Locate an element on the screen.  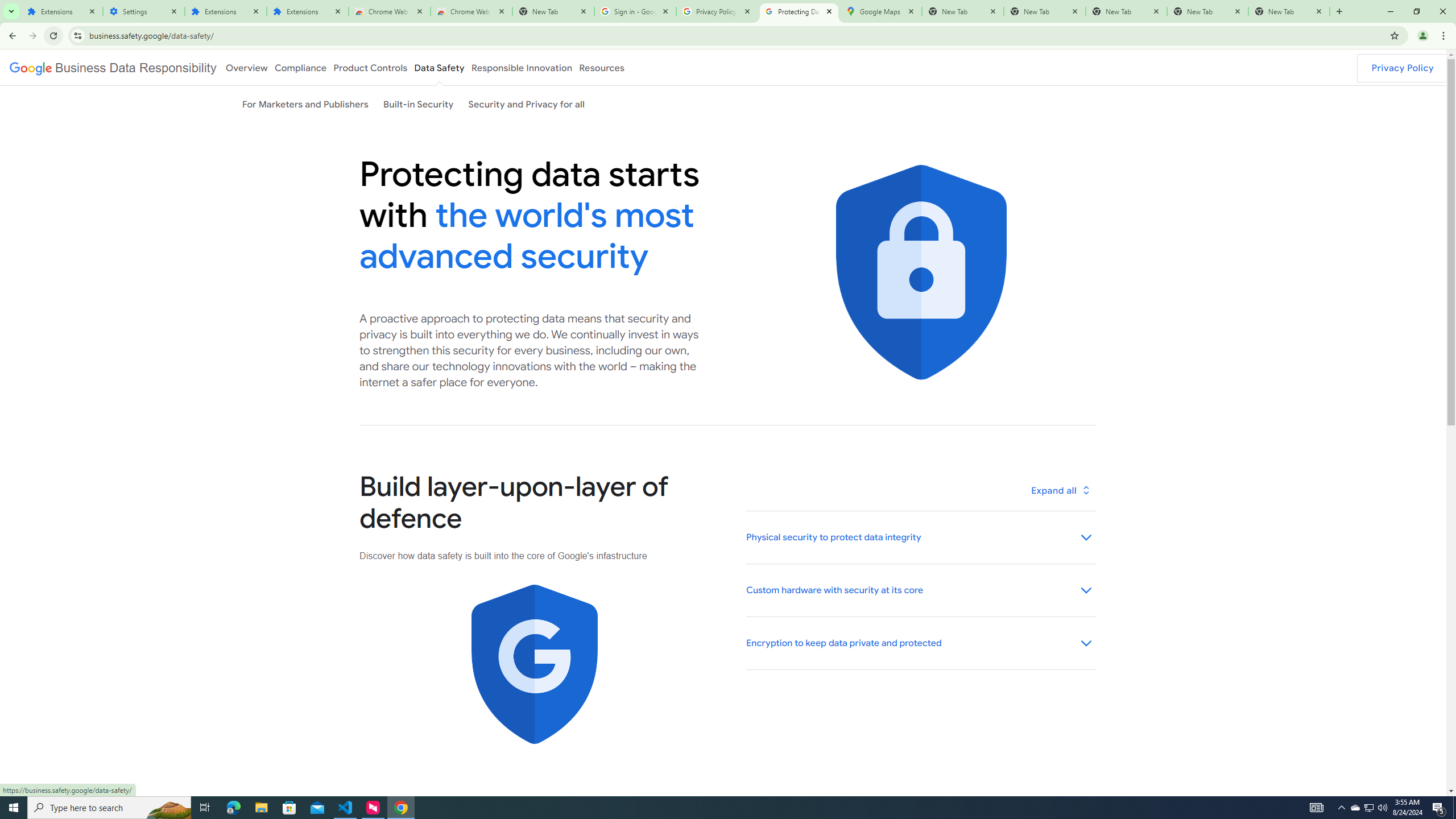
'Sign in - Google Accounts' is located at coordinates (635, 11).